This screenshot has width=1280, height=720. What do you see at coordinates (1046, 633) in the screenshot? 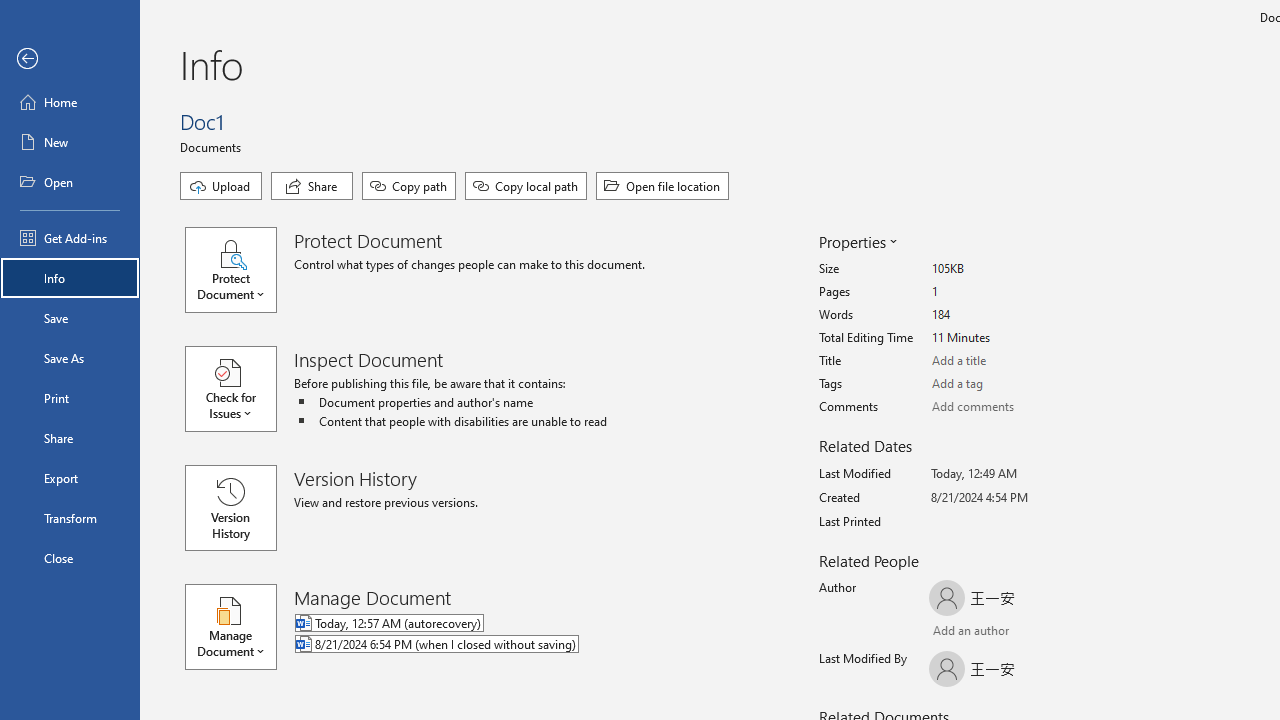
I see `'Browse Address Book'` at bounding box center [1046, 633].